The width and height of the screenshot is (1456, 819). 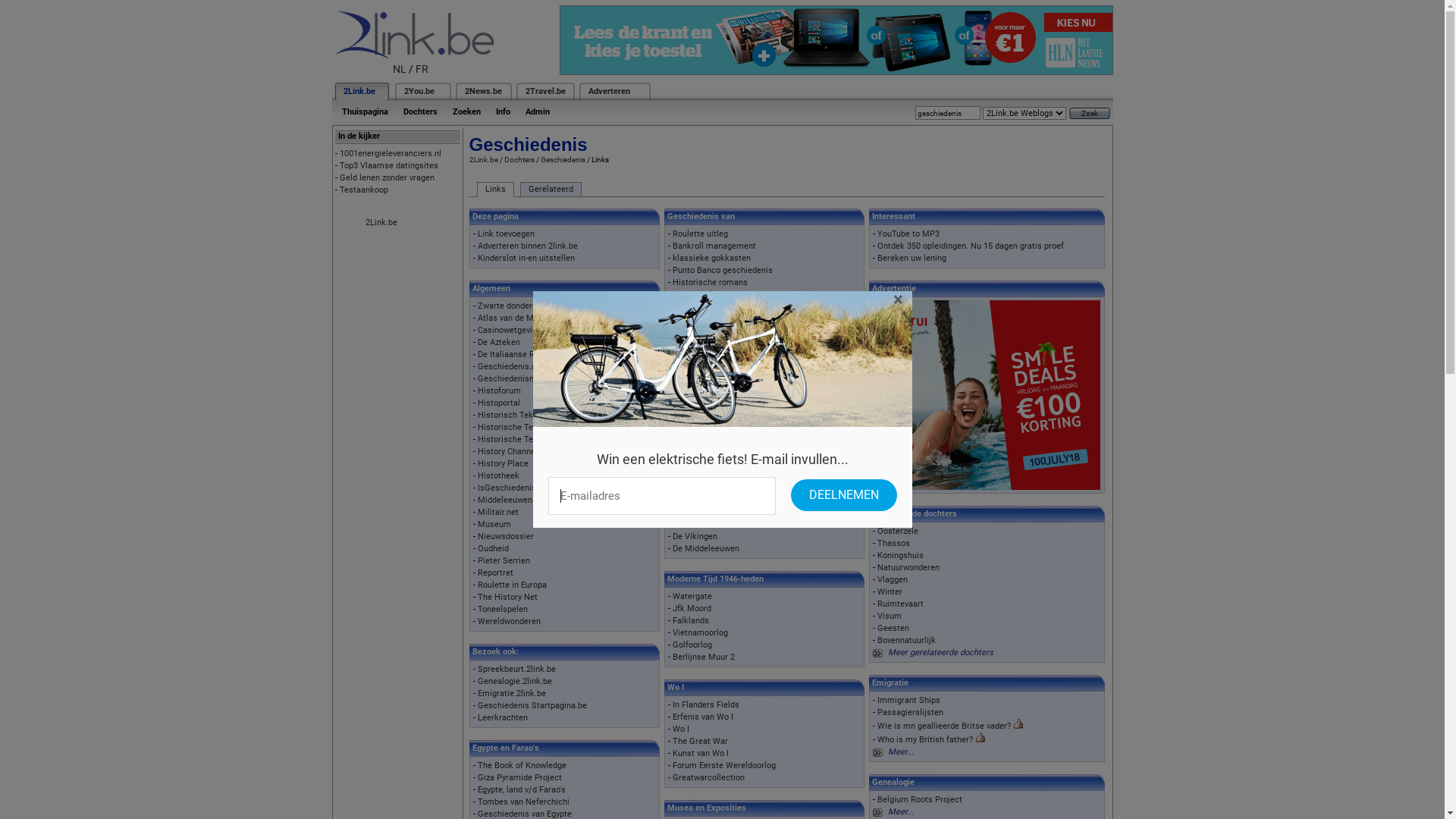 I want to click on 'Adverteren', so click(x=609, y=91).